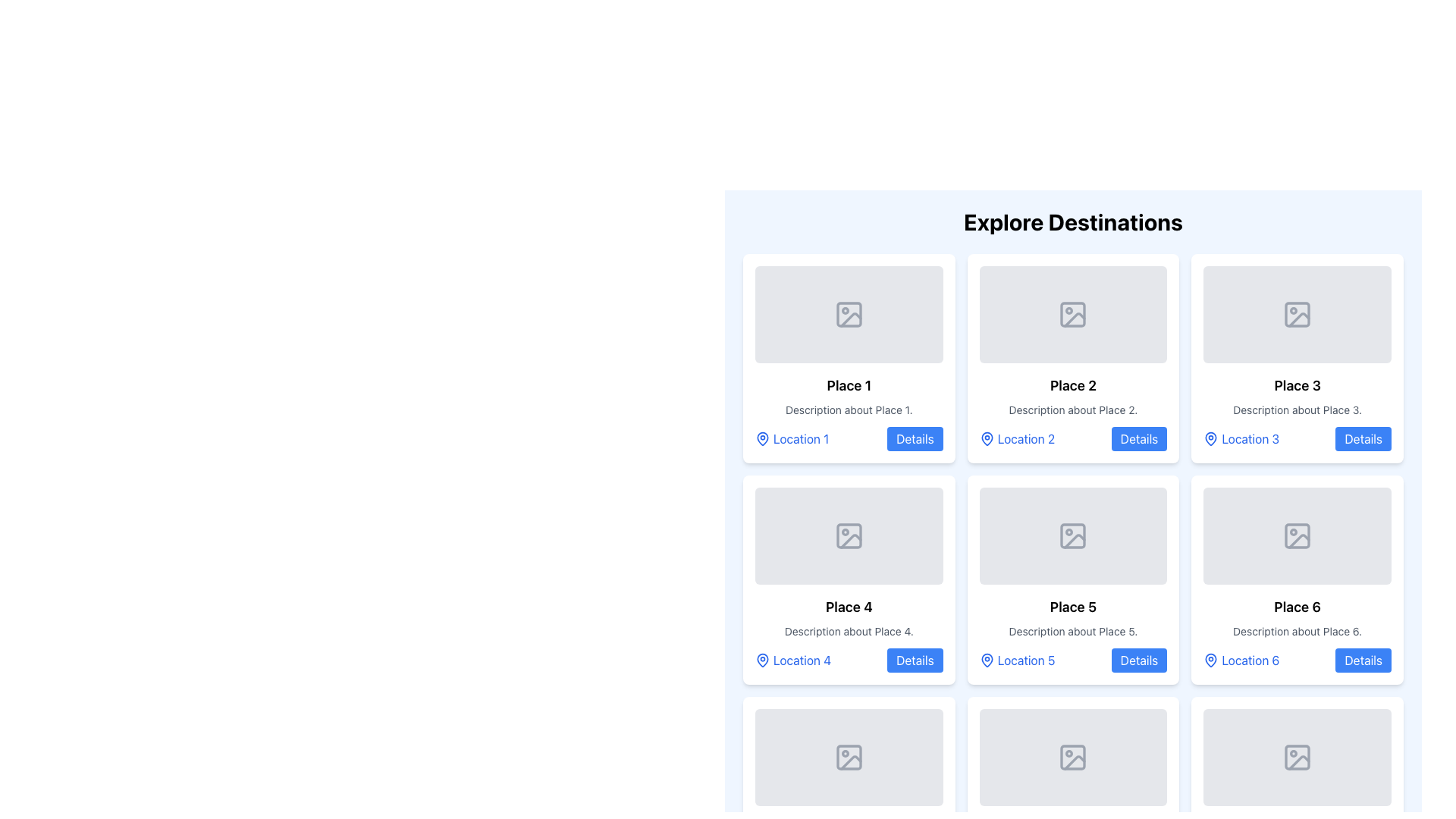  Describe the element at coordinates (1072, 314) in the screenshot. I see `the image placeholder icon located at the center of the card for 'Place 2', characterized by its square shape with rounded corners, a circular dot in the top left corner, and a diagonal line ending in a smaller square at the bottom right` at that location.